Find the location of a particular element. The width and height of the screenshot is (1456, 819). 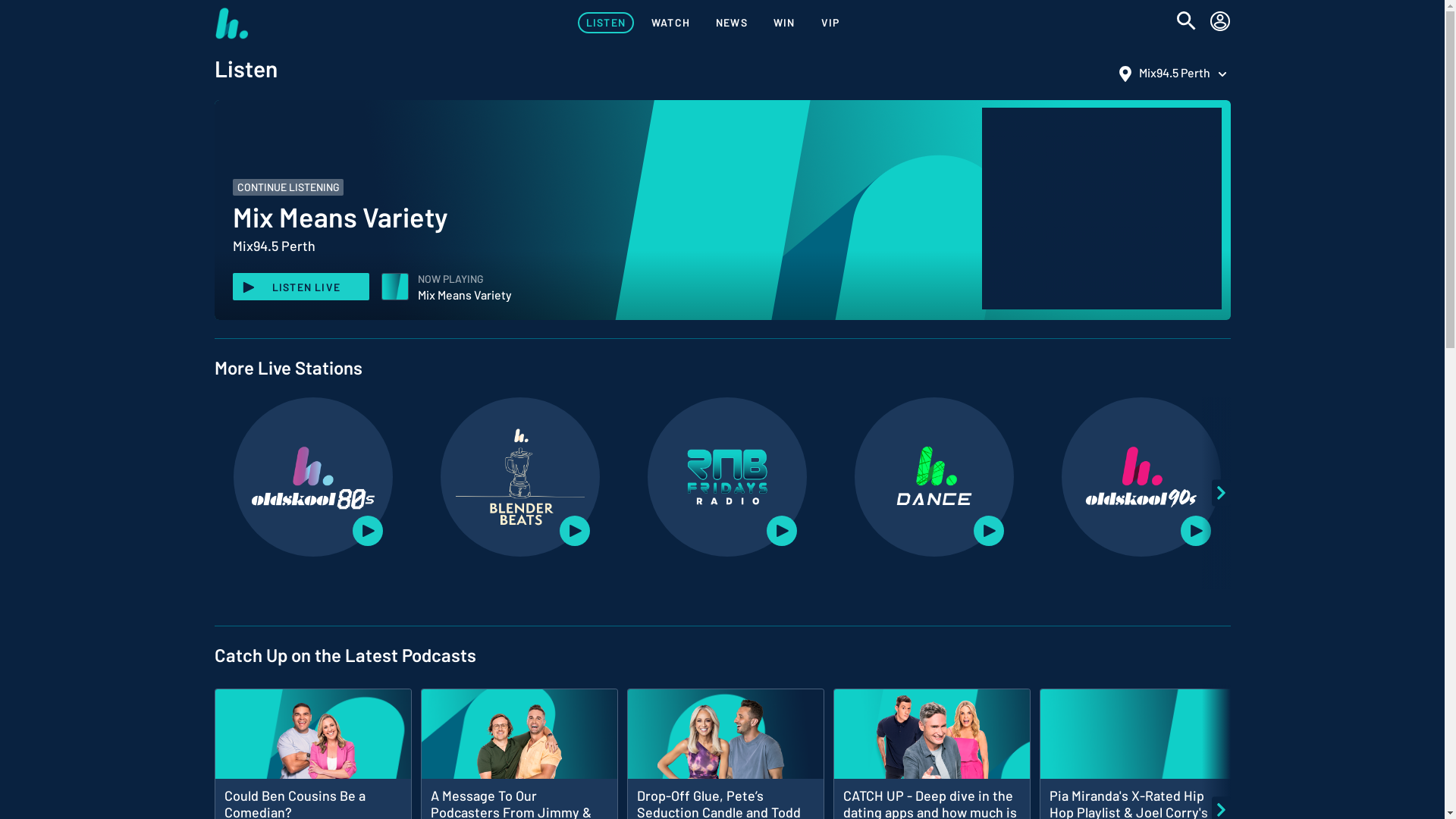

'Jimmy & Nath ' is located at coordinates (519, 742).